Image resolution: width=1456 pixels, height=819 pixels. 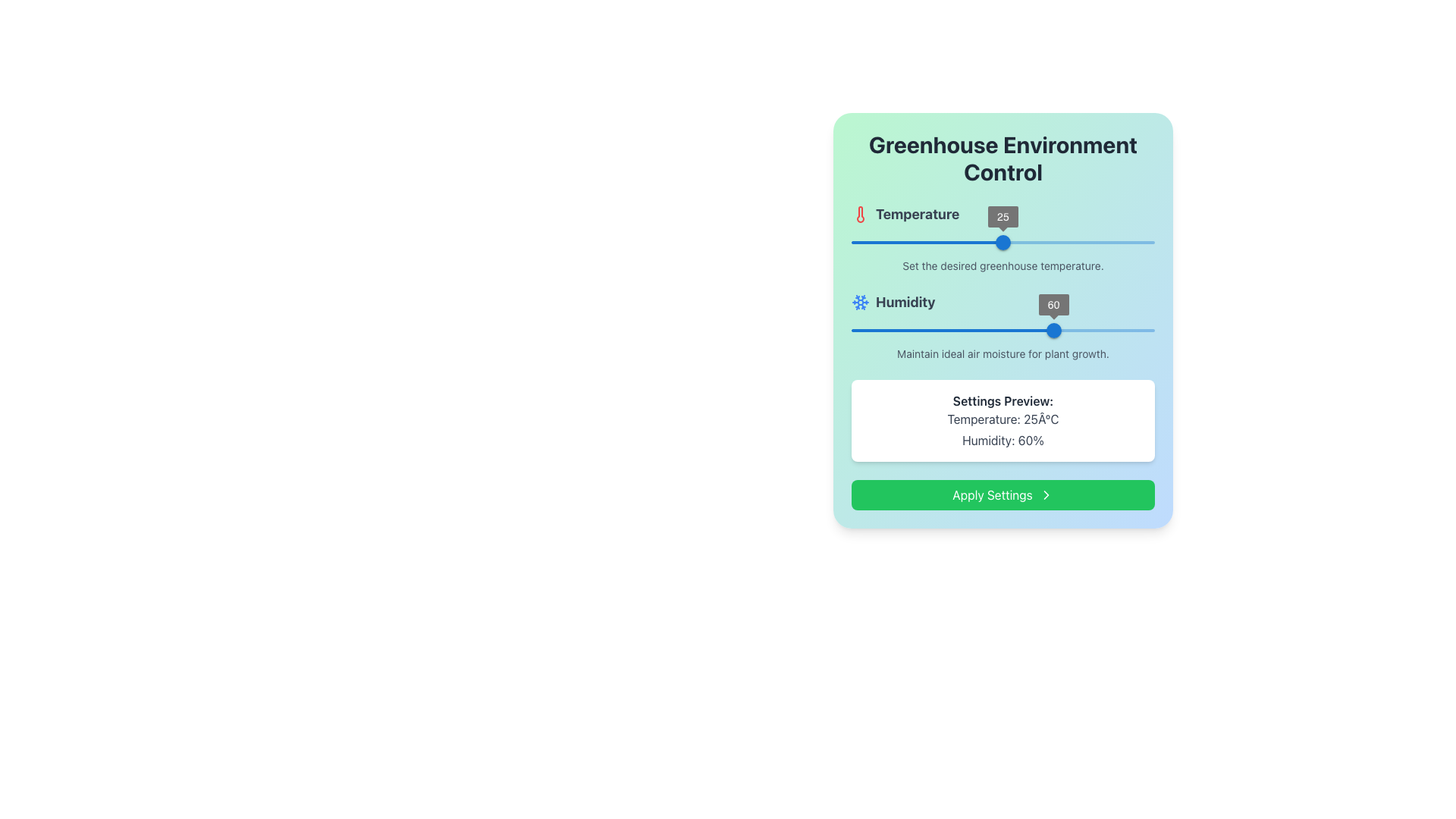 What do you see at coordinates (860, 214) in the screenshot?
I see `the red thermometer icon located to the left of the 'Temperature' text in the header of the 'Temperature' section` at bounding box center [860, 214].